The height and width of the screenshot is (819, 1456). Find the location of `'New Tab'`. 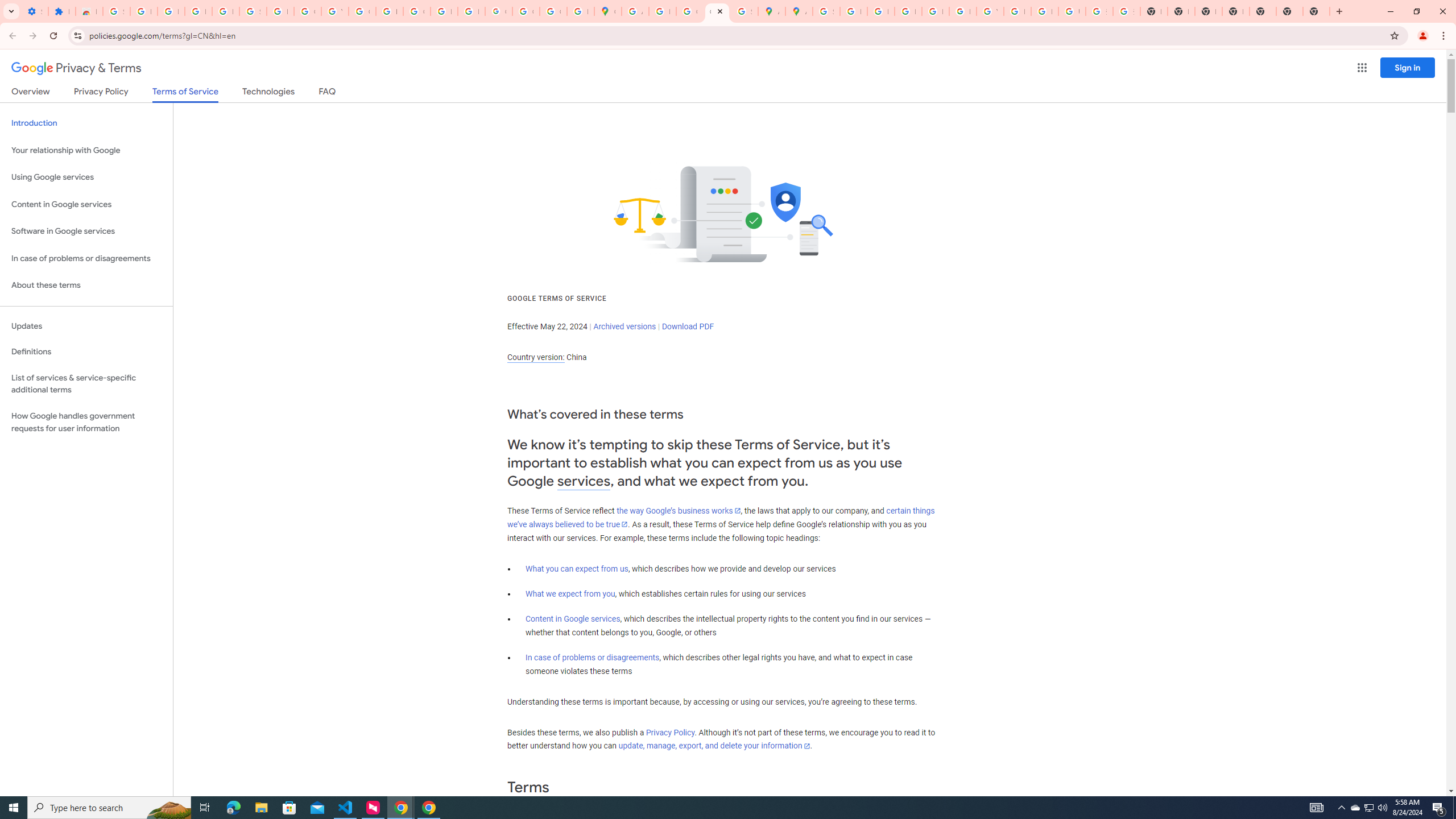

'New Tab' is located at coordinates (1316, 11).